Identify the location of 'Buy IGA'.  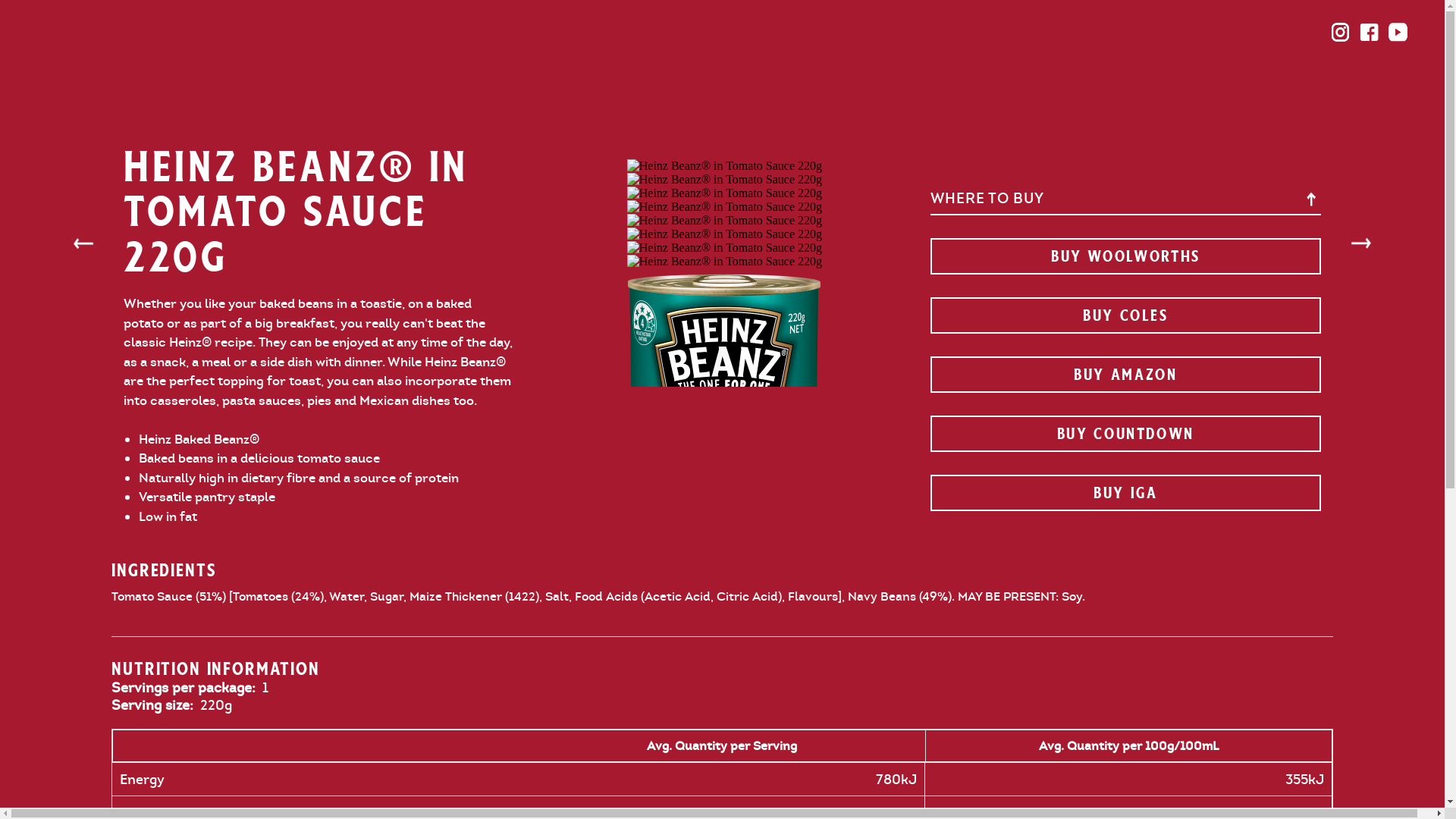
(928, 493).